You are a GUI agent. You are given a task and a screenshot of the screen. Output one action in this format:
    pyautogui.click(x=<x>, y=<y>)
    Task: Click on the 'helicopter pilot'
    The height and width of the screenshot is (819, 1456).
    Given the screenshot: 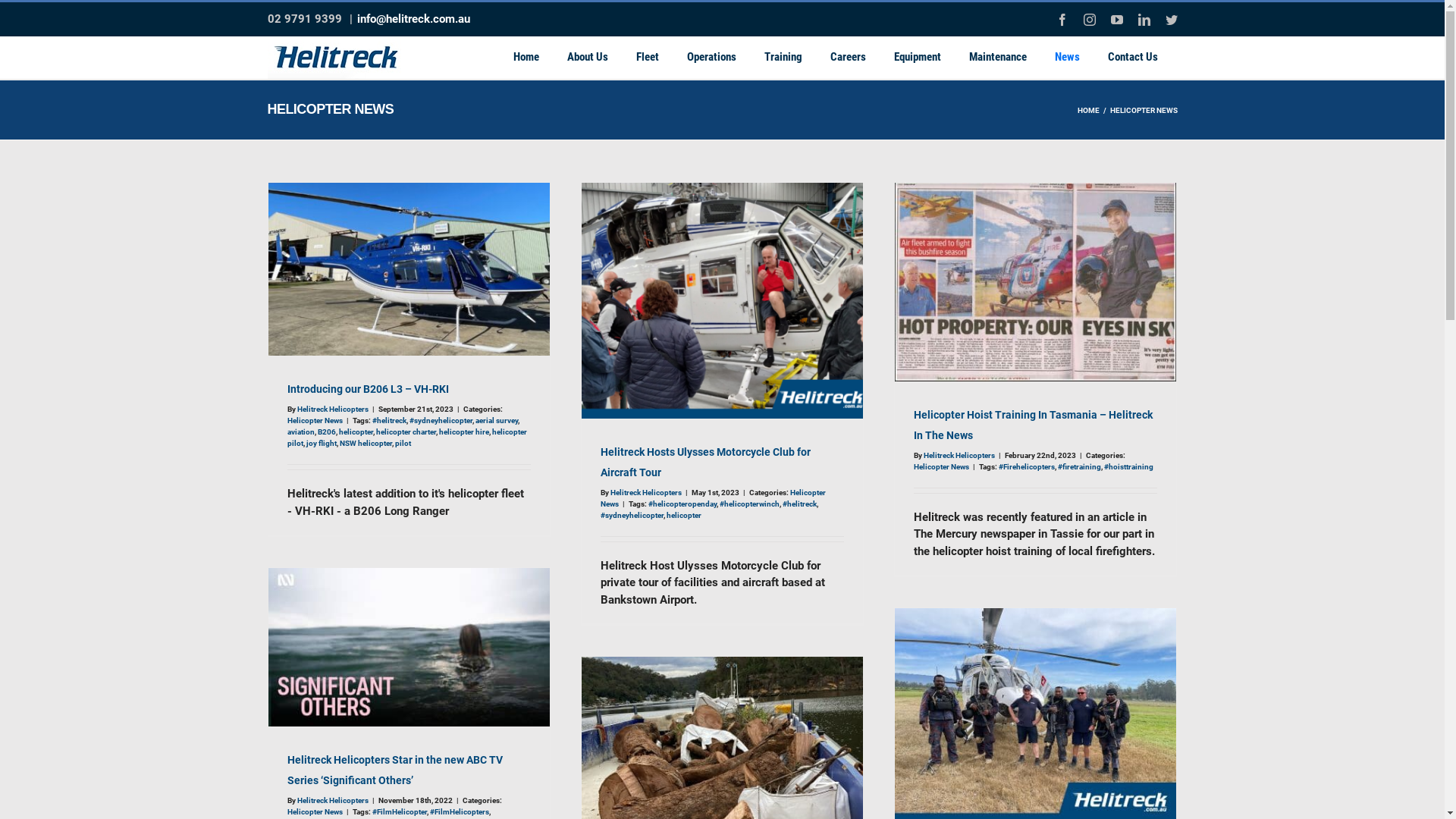 What is the action you would take?
    pyautogui.click(x=406, y=438)
    